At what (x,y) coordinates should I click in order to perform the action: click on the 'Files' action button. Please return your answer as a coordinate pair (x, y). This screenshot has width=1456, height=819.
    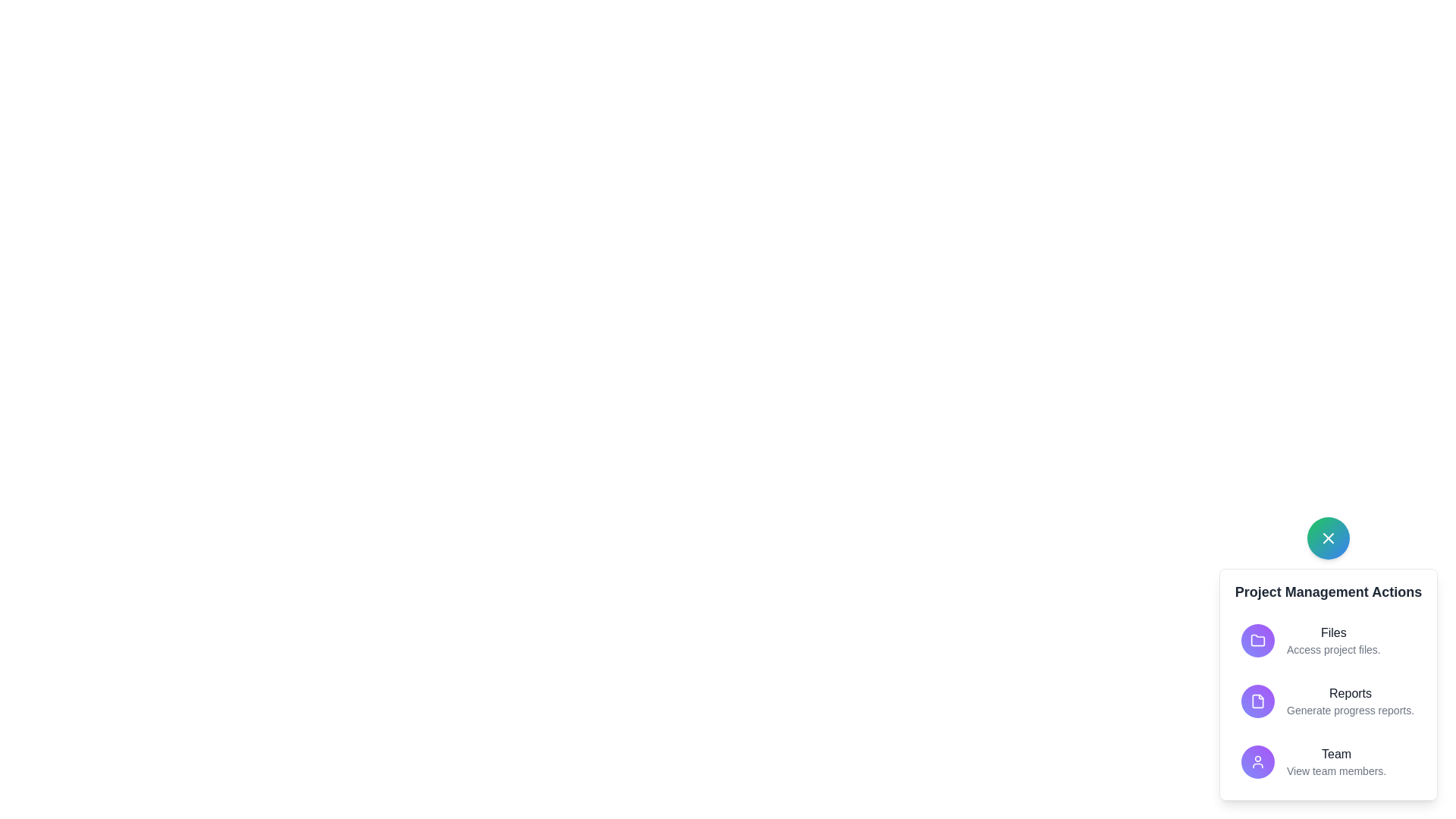
    Looking at the image, I should click on (1328, 640).